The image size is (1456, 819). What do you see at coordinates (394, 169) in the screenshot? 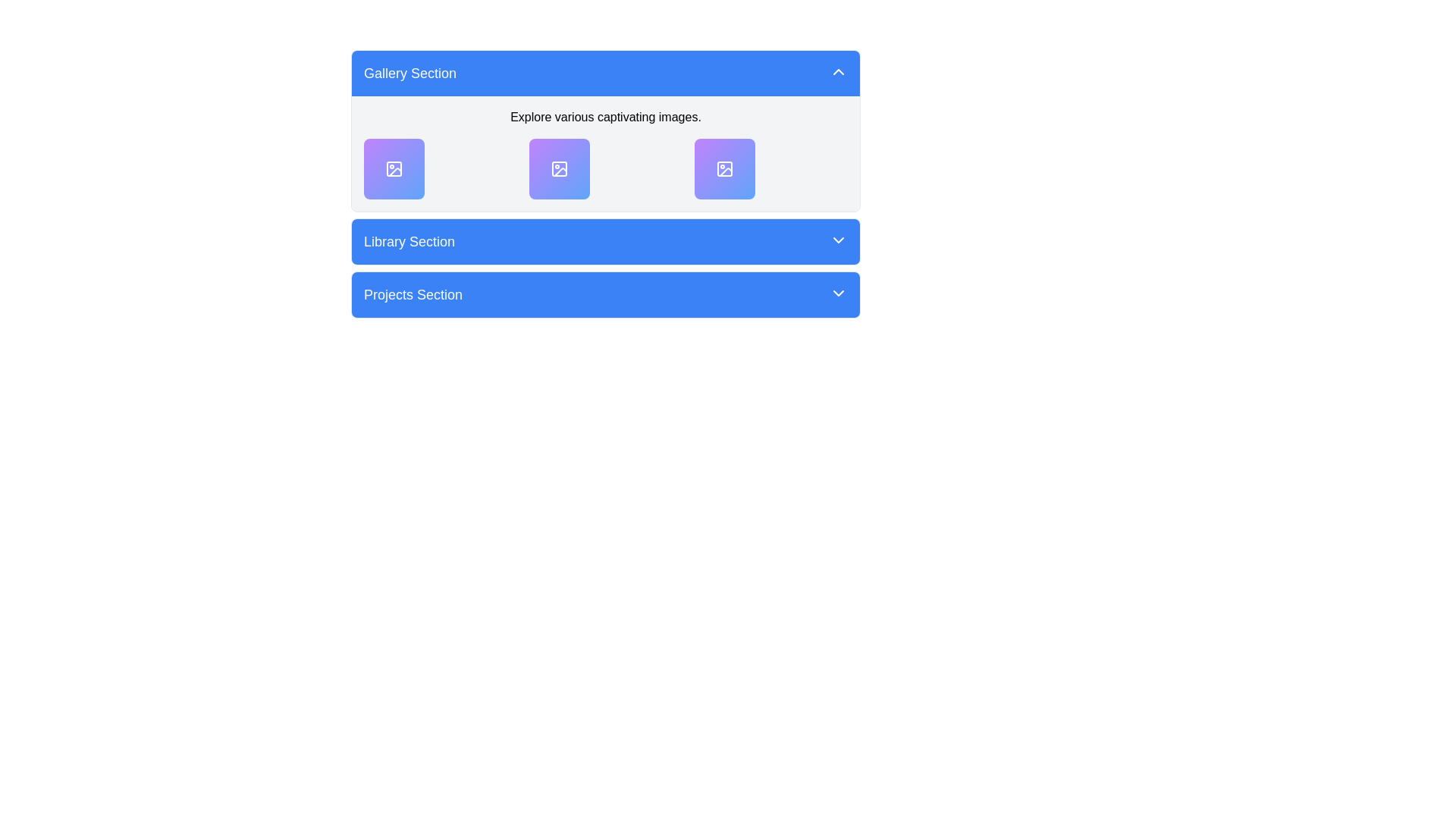
I see `the visual design of the SVG rectangle element located in the first icon of the Gallery Section` at bounding box center [394, 169].